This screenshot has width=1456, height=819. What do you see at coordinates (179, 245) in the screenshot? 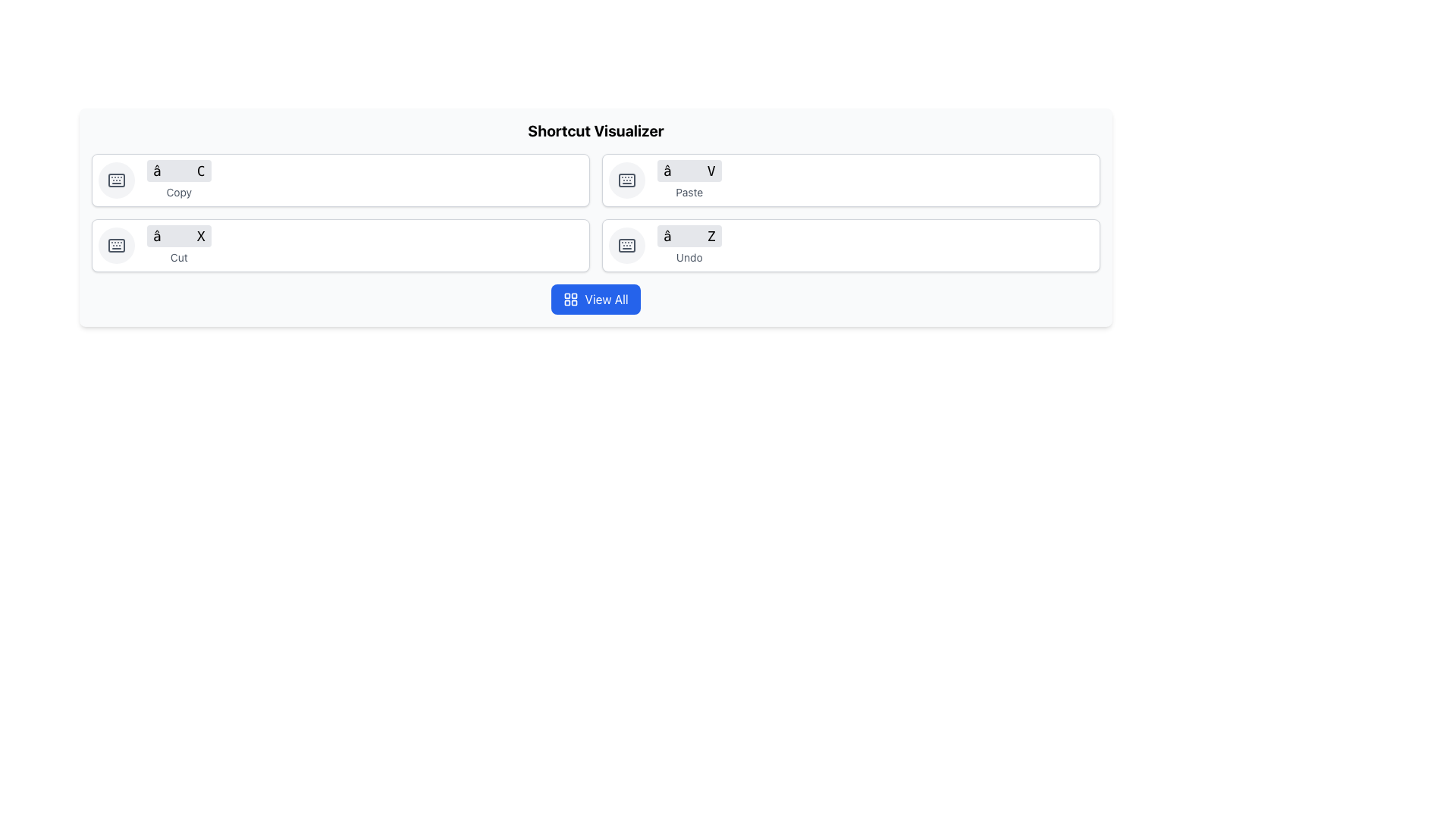
I see `the 'Cut' shortcut visual display` at bounding box center [179, 245].